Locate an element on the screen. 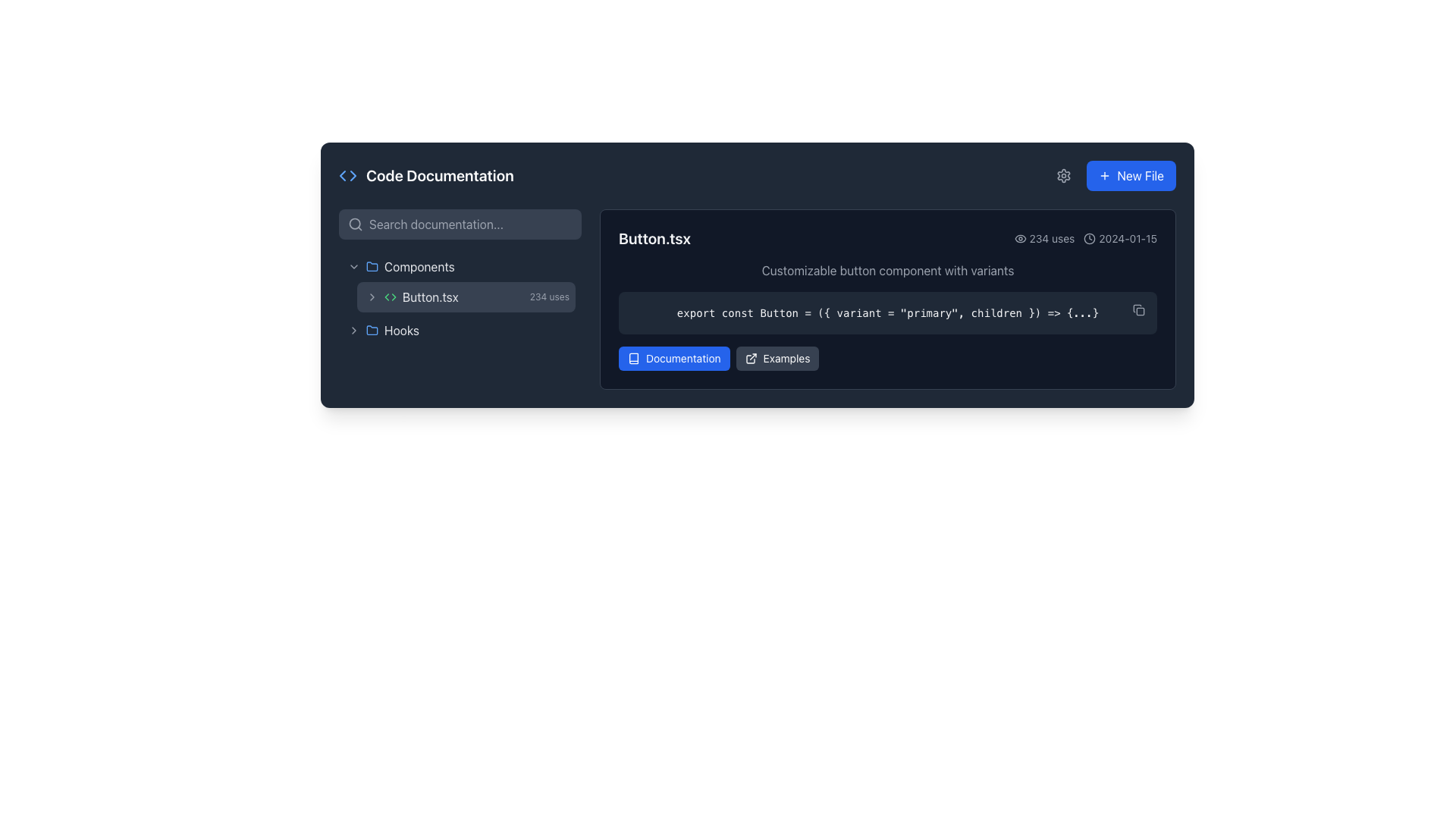 Image resolution: width=1456 pixels, height=819 pixels. the 'New File' button, which is styled with a blue background and white text, located at the top-right corner of the header section titled 'Code Documentation' is located at coordinates (1113, 174).